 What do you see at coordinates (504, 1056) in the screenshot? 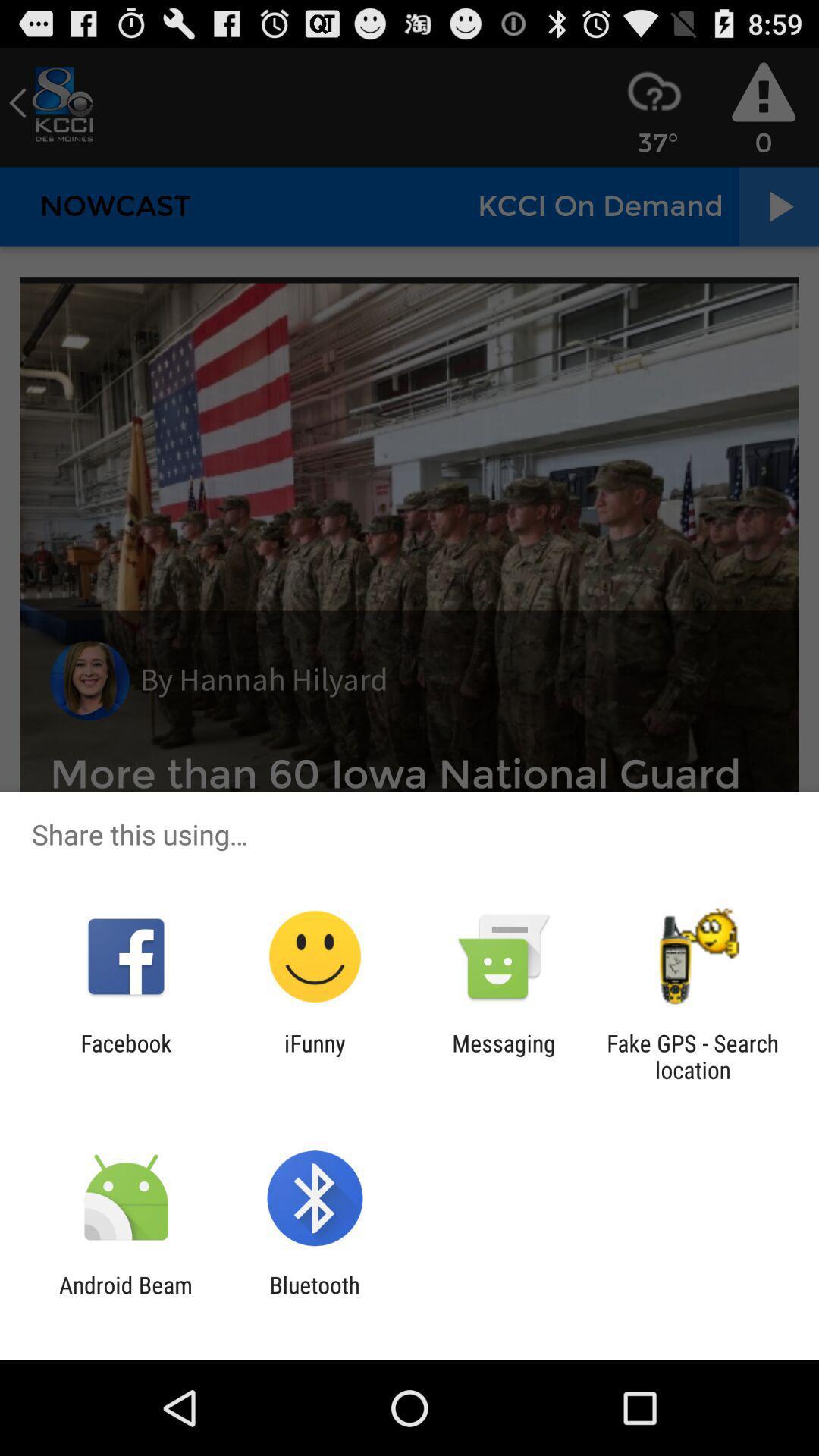
I see `the messaging app` at bounding box center [504, 1056].